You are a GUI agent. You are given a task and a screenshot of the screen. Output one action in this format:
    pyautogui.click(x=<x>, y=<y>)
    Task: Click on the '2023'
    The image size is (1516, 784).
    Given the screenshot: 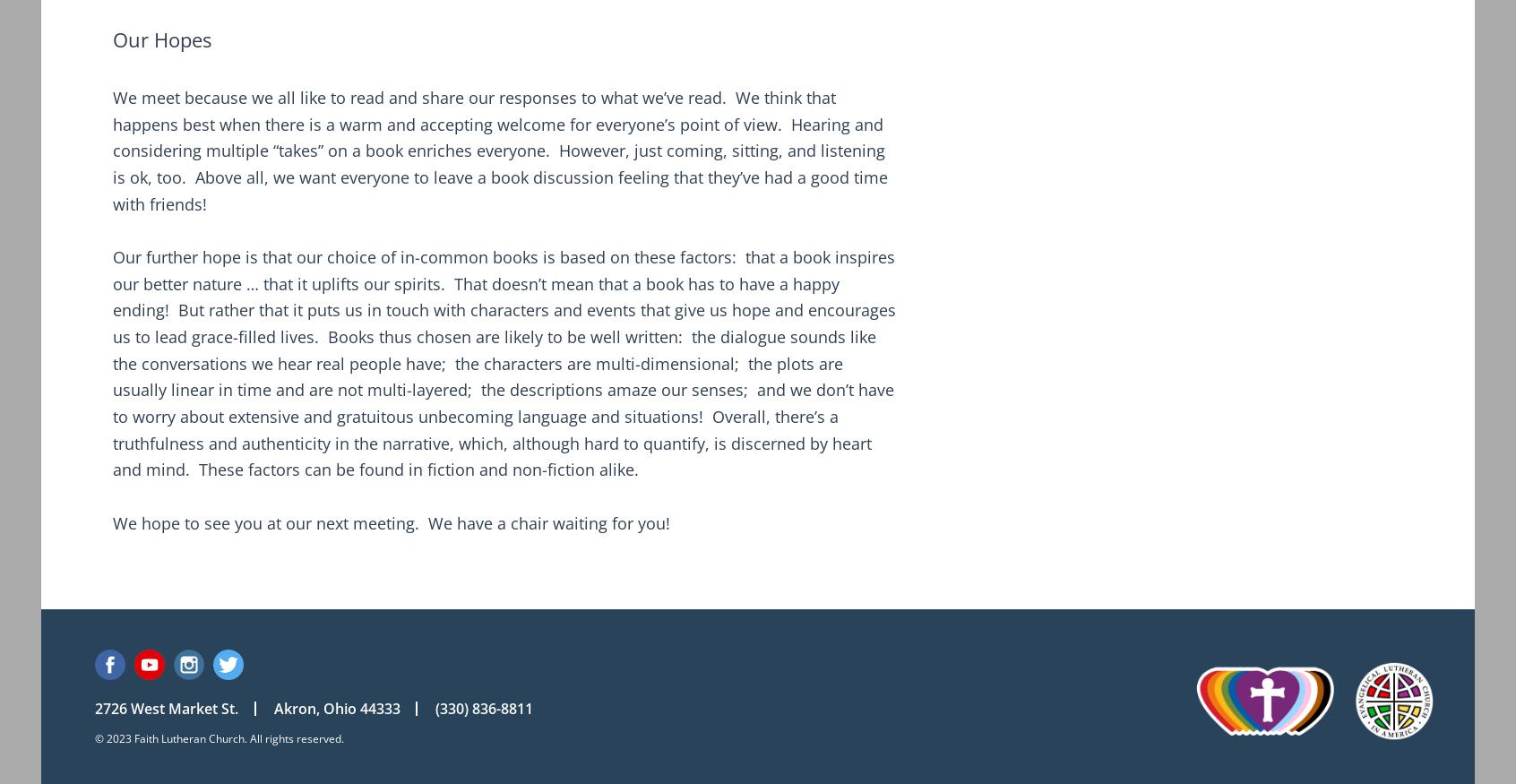 What is the action you would take?
    pyautogui.click(x=118, y=737)
    